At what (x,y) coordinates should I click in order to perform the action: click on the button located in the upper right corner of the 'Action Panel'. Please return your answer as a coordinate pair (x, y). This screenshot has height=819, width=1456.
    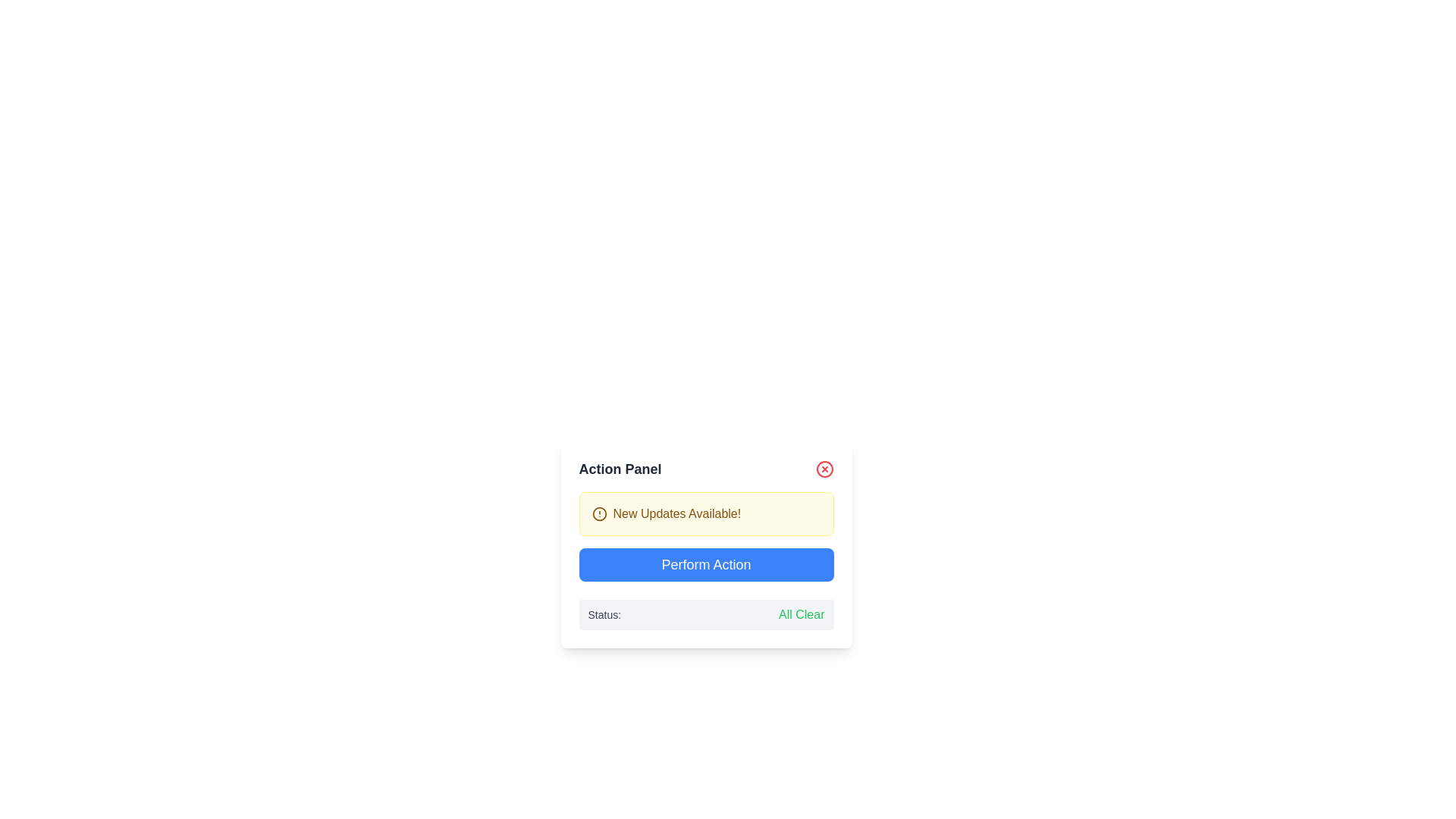
    Looking at the image, I should click on (824, 468).